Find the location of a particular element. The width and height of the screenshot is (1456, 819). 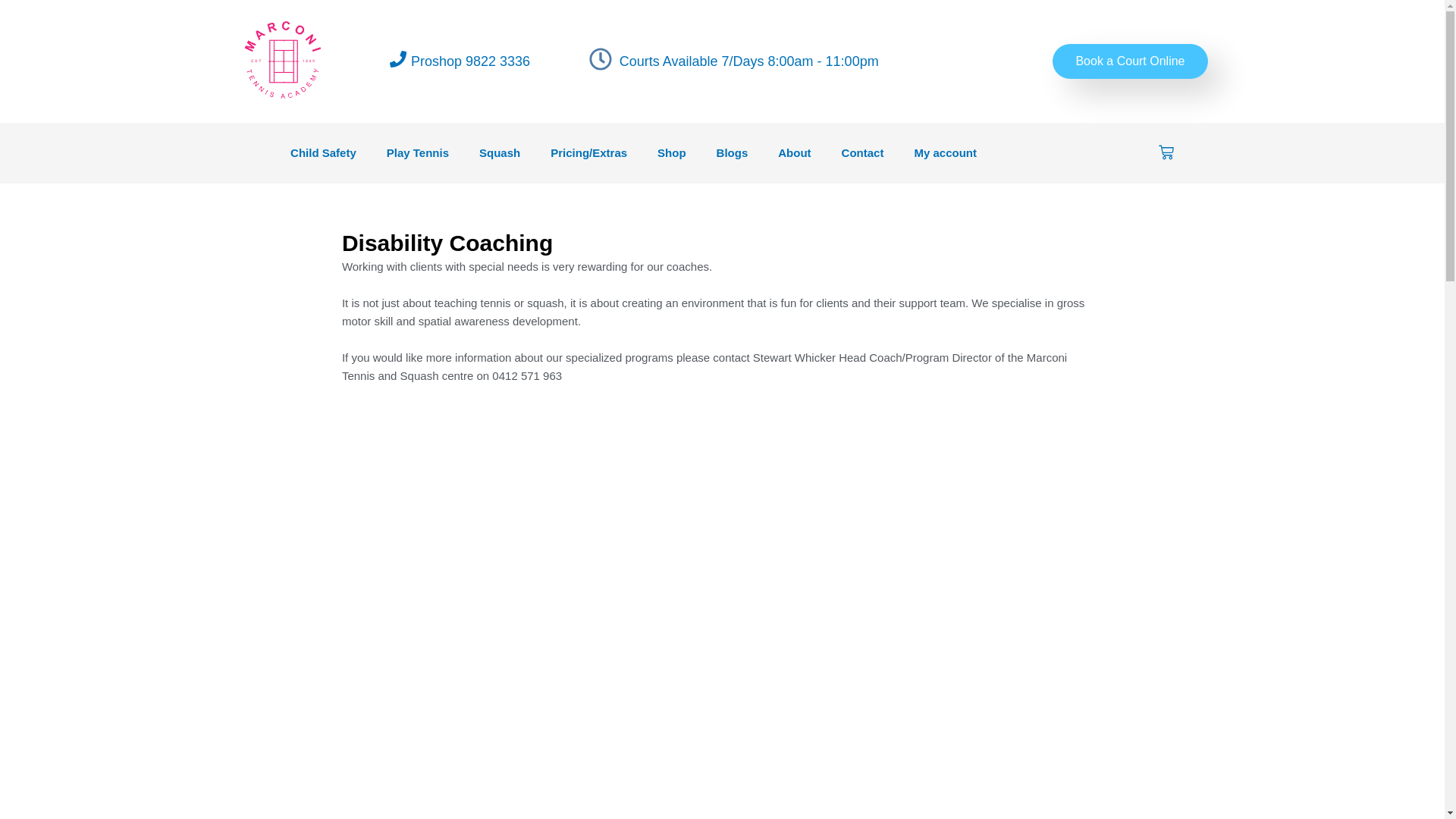

'Play Tennis' is located at coordinates (418, 152).